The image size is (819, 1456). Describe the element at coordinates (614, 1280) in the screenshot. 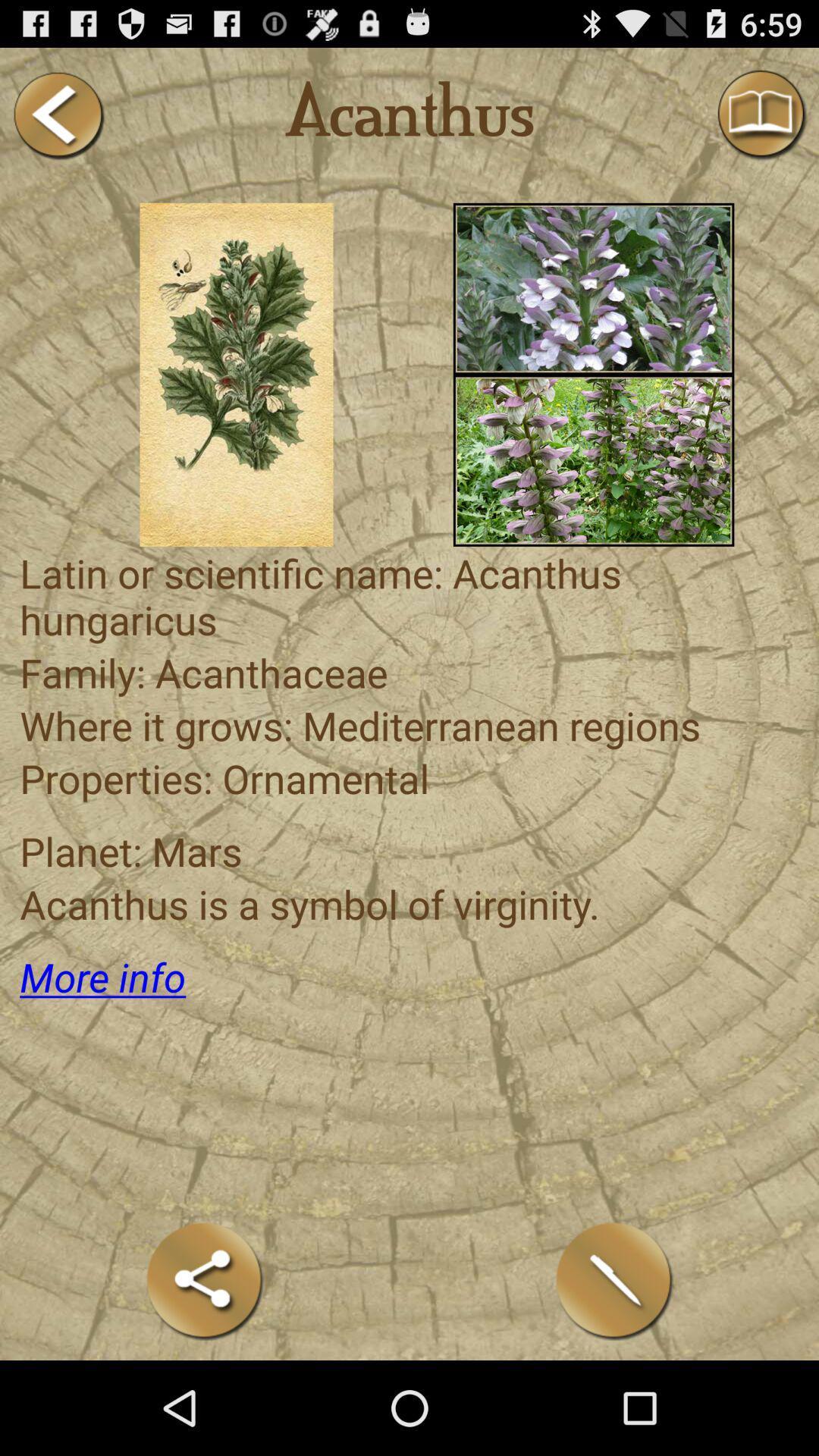

I see `edit` at that location.